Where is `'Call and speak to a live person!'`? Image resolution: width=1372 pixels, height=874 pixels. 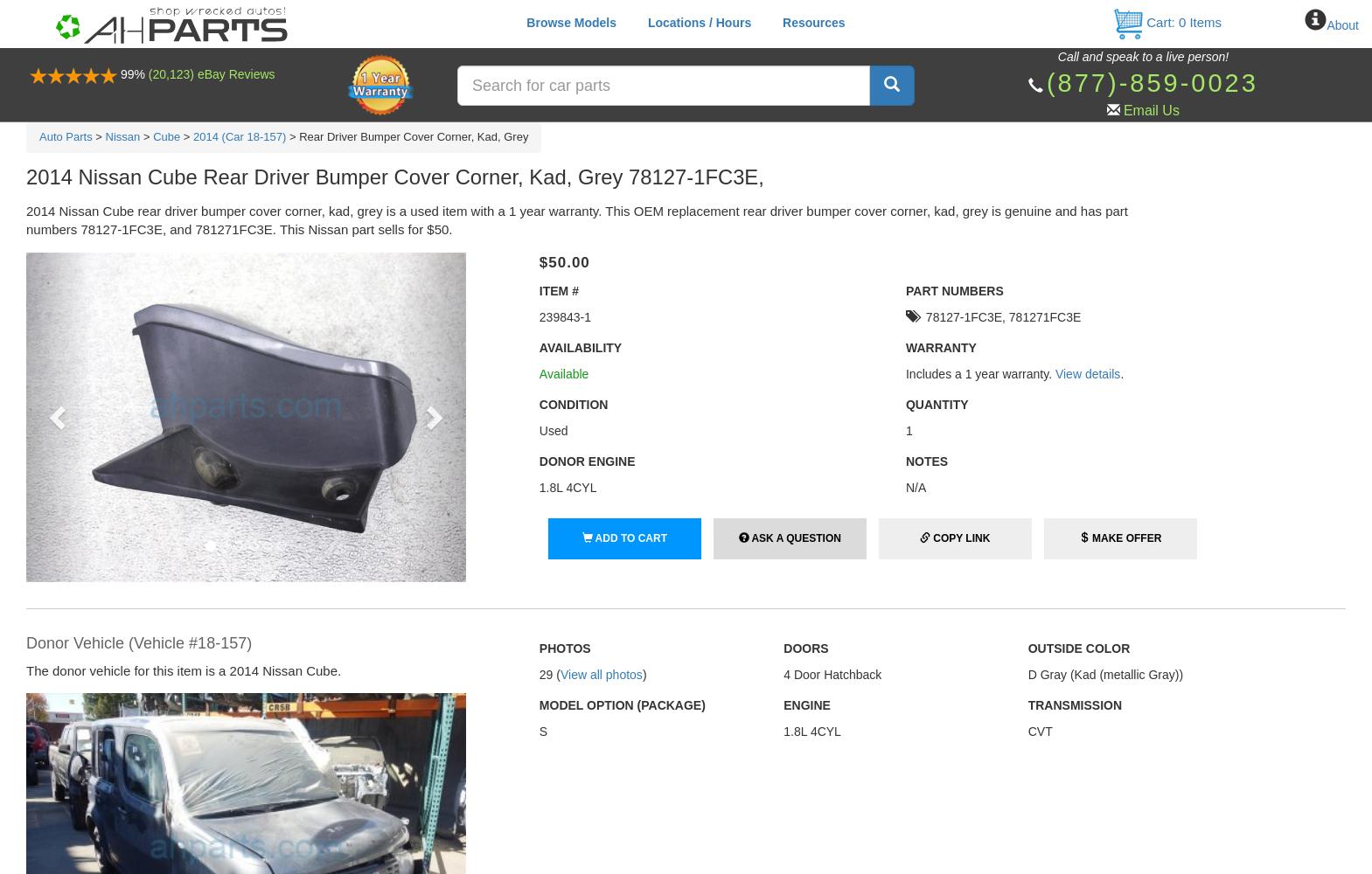 'Call and speak to a live person!' is located at coordinates (1057, 56).